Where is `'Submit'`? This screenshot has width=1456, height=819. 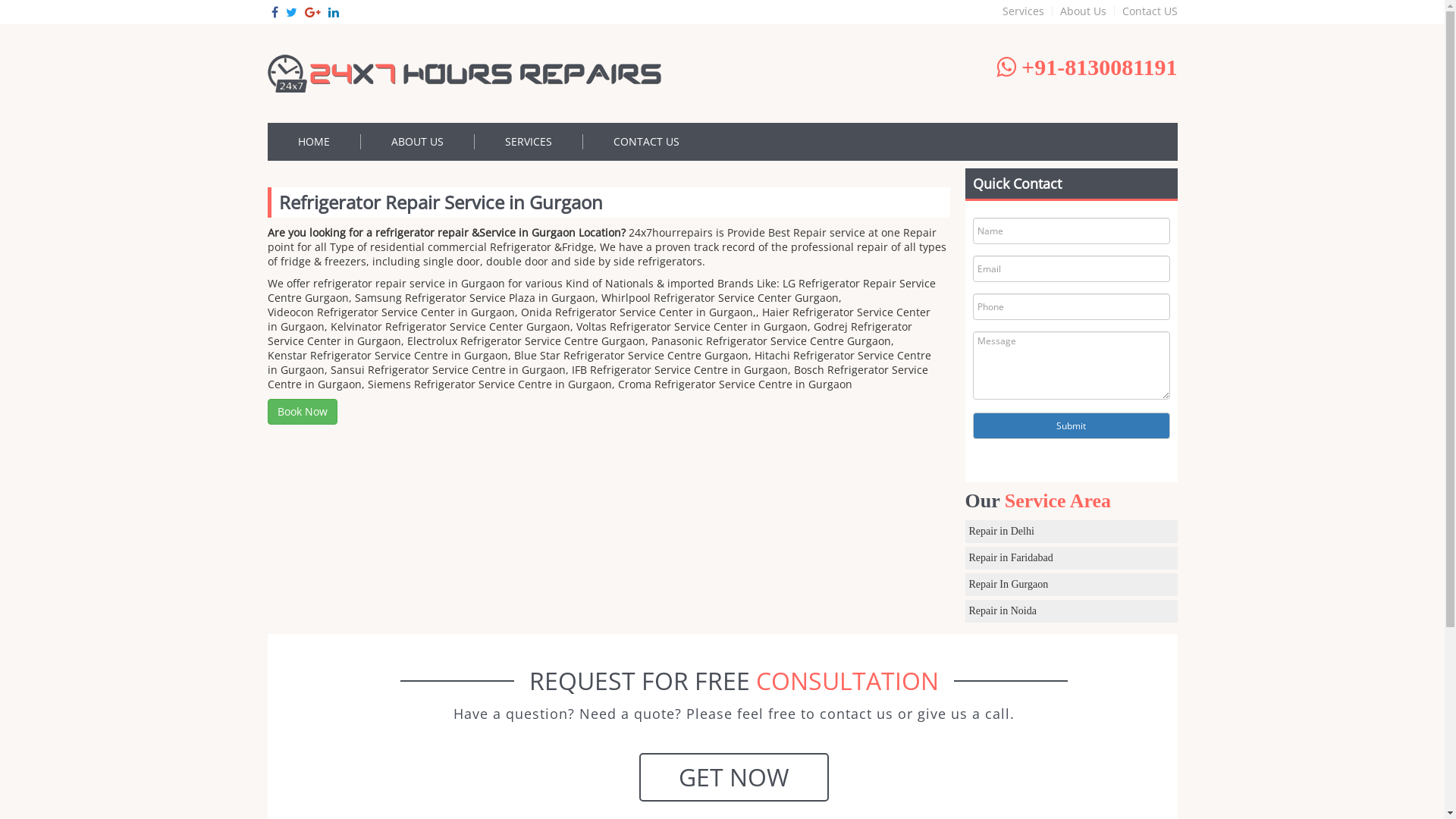 'Submit' is located at coordinates (971, 425).